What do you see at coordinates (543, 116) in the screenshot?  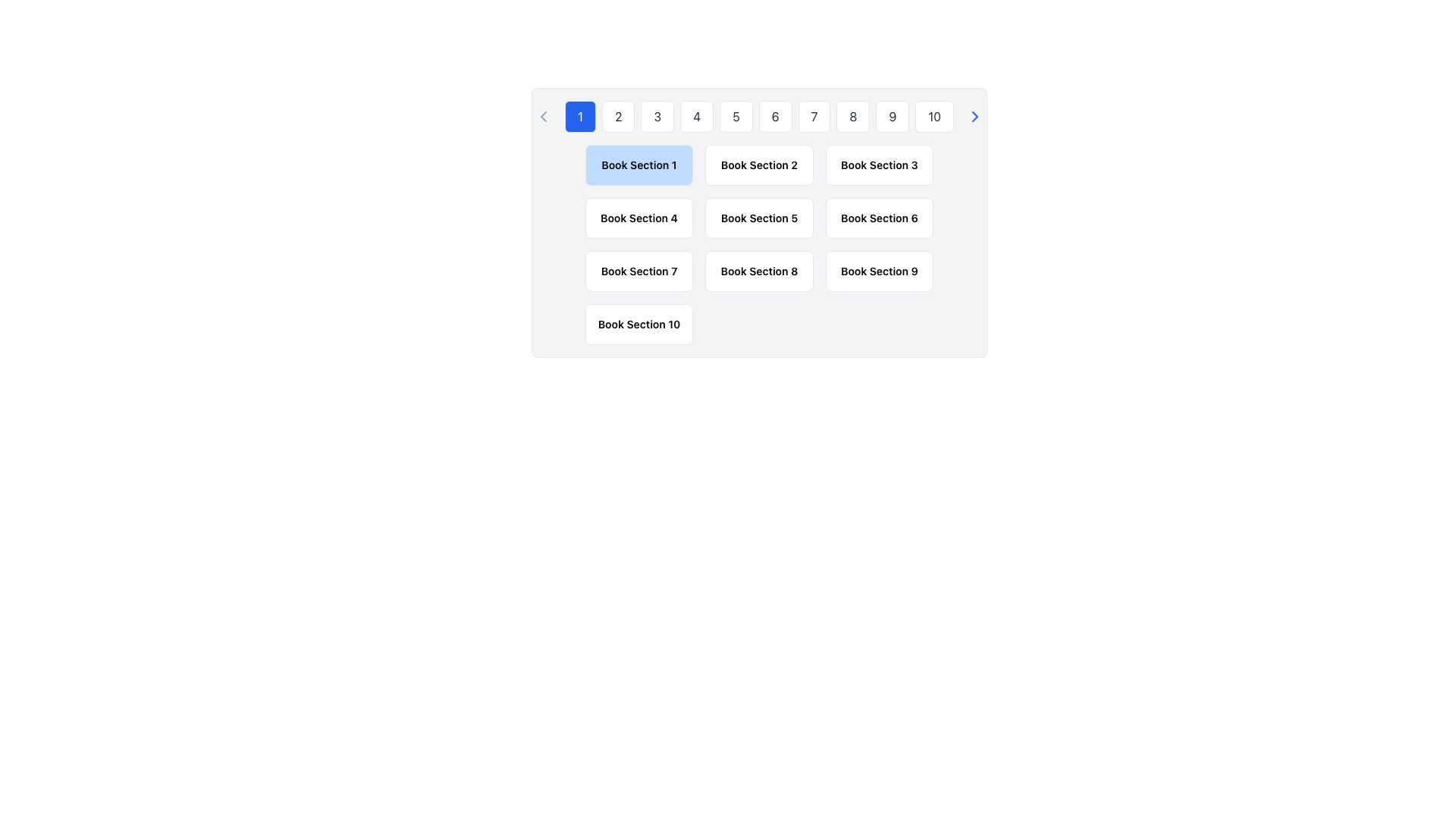 I see `the left-pointing chevron icon, styled in gray, located at the leftmost position in the top navigation bar of the pagination interface` at bounding box center [543, 116].